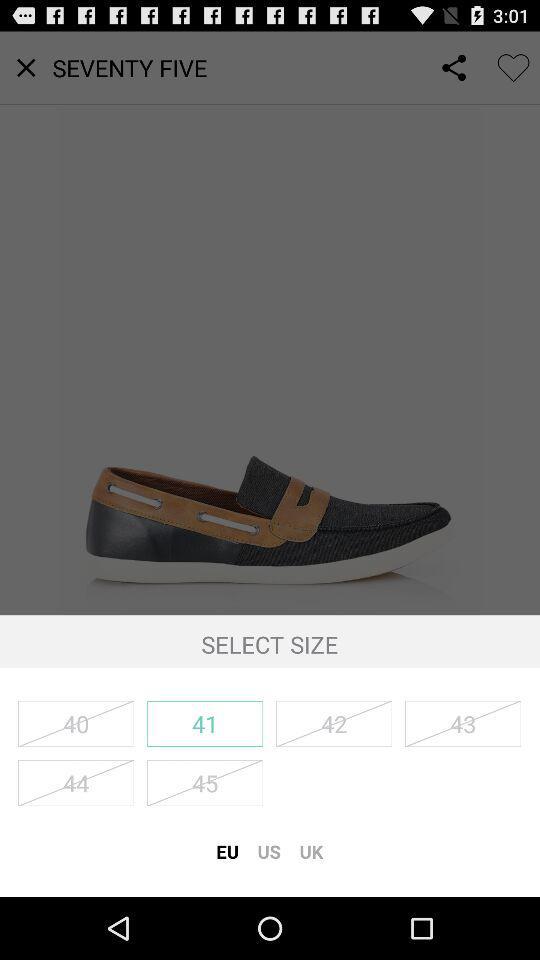  Describe the element at coordinates (226, 850) in the screenshot. I see `icon next to us icon` at that location.